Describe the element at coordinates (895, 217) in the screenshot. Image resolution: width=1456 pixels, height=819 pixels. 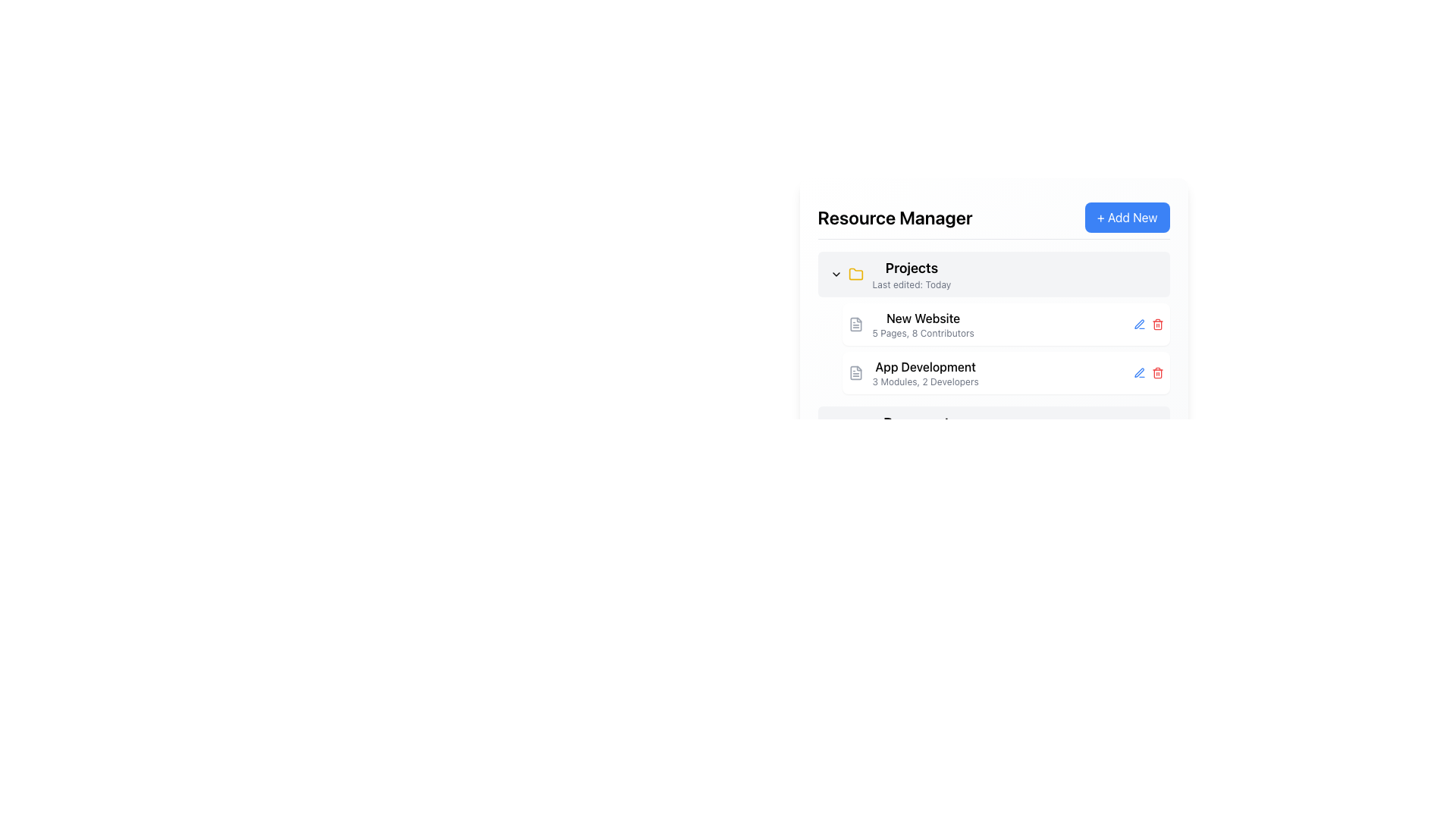
I see `the 'Resource Manager' text label which is styled in bold and large font, located at the upper-left section of the interface` at that location.